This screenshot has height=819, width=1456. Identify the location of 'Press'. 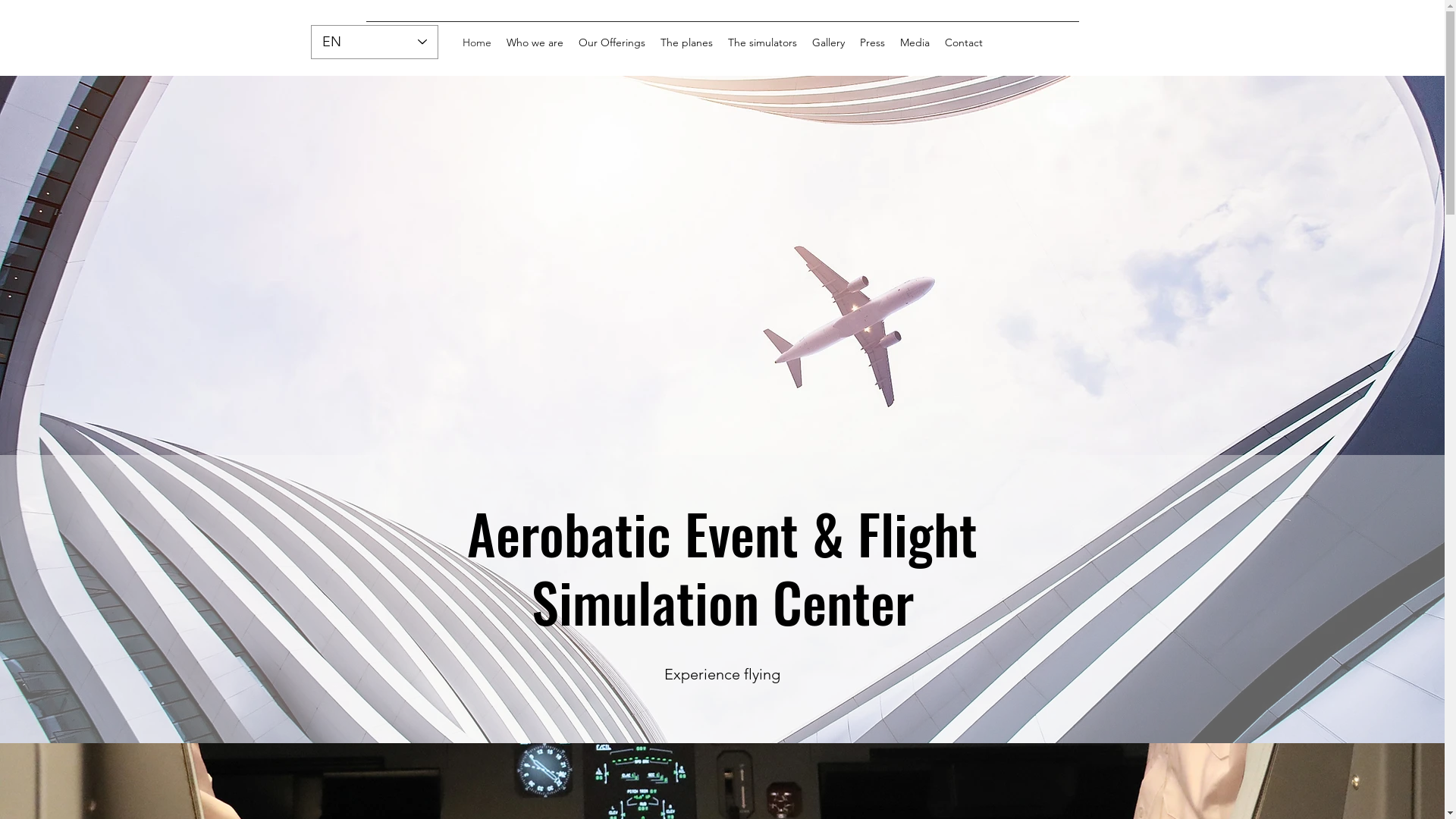
(872, 42).